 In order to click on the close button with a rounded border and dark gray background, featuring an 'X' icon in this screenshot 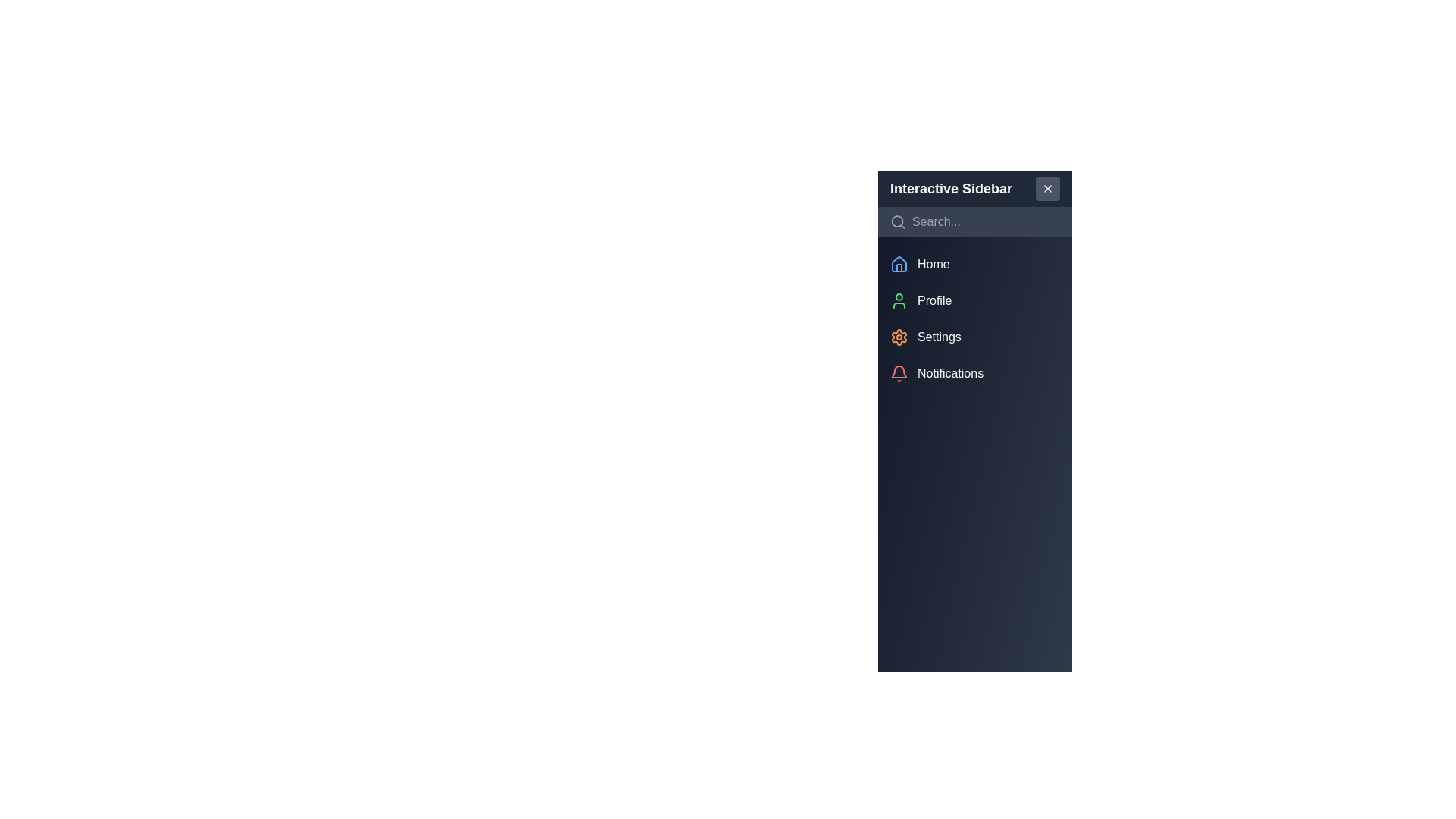, I will do `click(1047, 188)`.